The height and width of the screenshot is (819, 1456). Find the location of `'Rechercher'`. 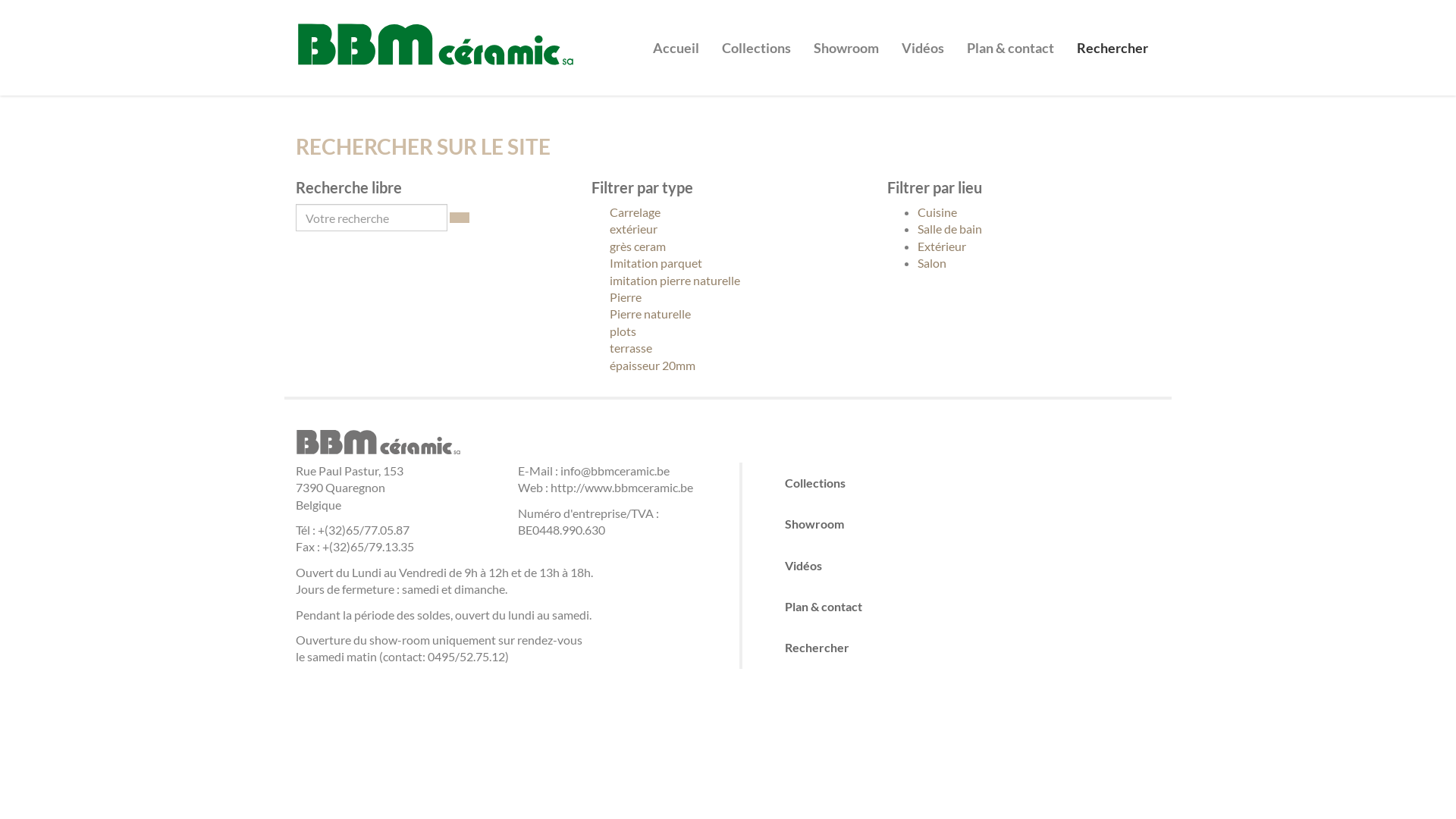

'Rechercher' is located at coordinates (1112, 35).